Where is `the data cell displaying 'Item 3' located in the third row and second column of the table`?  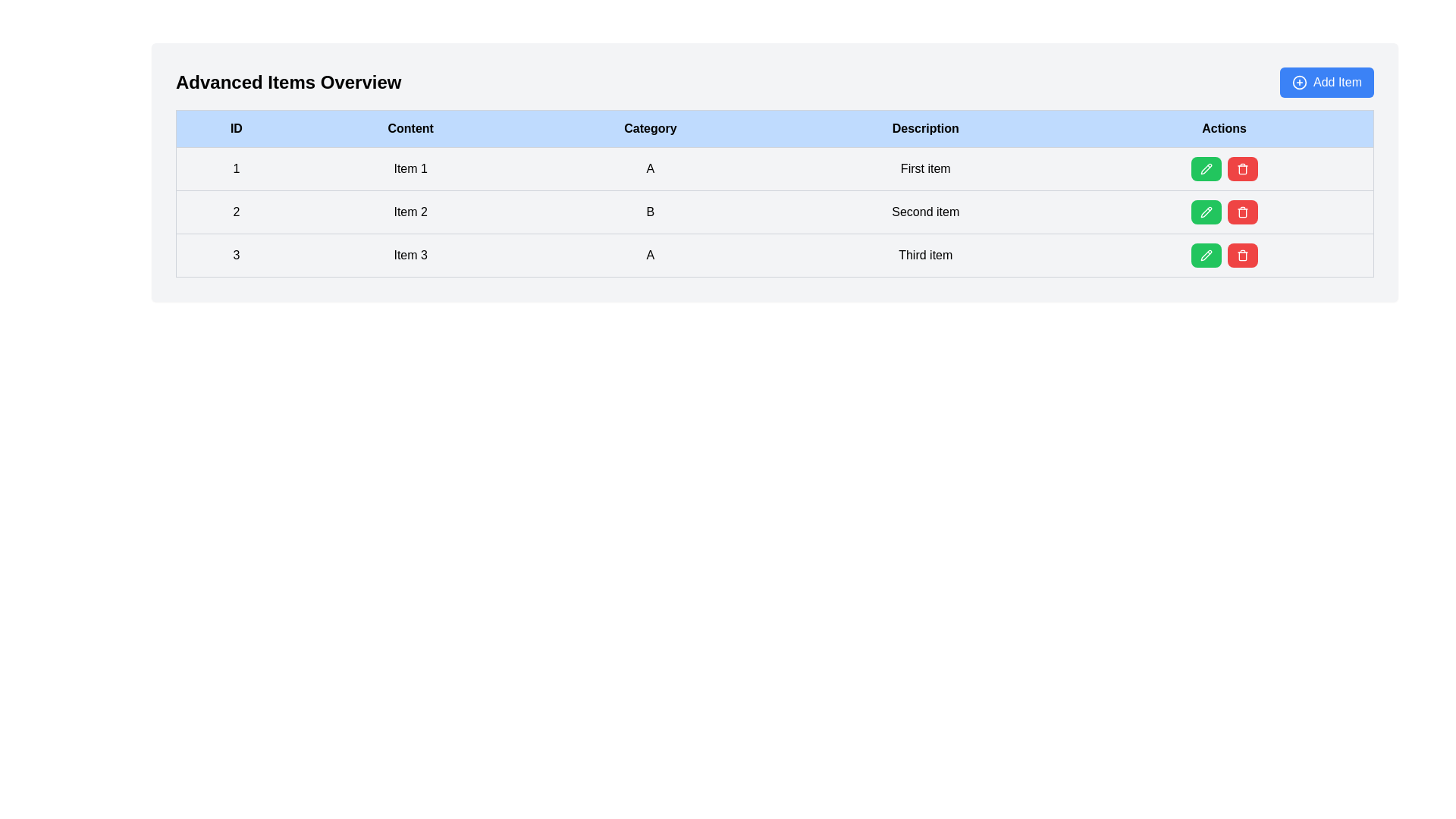 the data cell displaying 'Item 3' located in the third row and second column of the table is located at coordinates (410, 254).